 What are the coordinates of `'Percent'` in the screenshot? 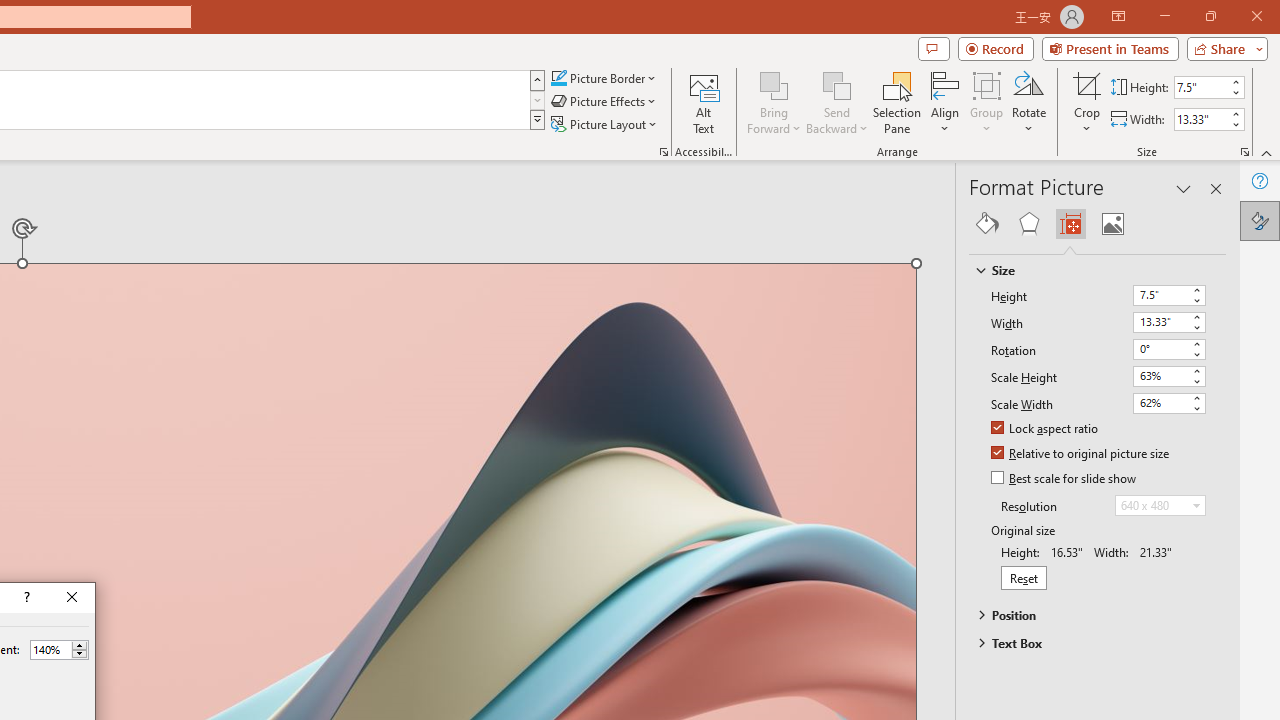 It's located at (50, 649).